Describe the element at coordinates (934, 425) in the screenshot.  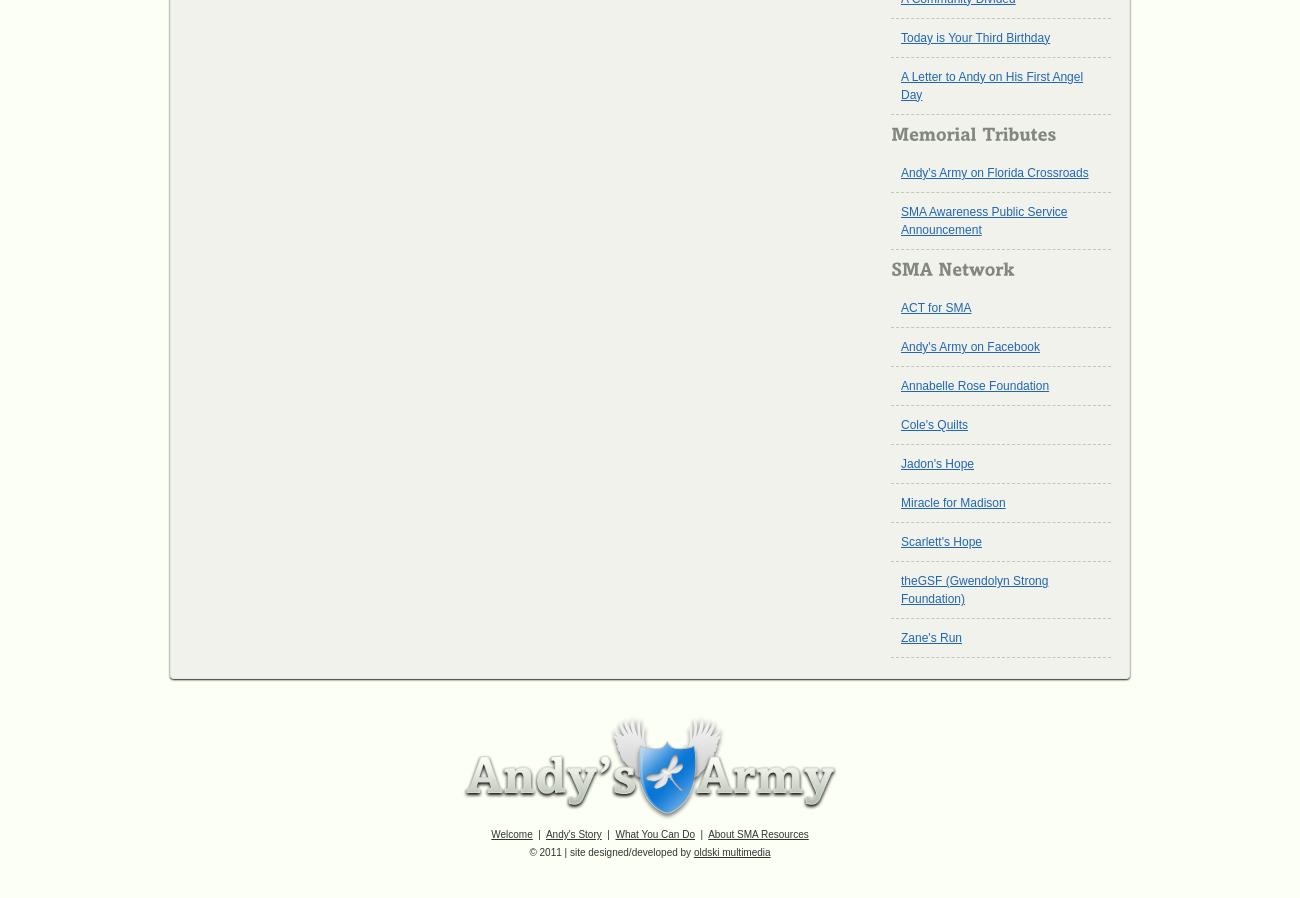
I see `'Cole's Quilts'` at that location.